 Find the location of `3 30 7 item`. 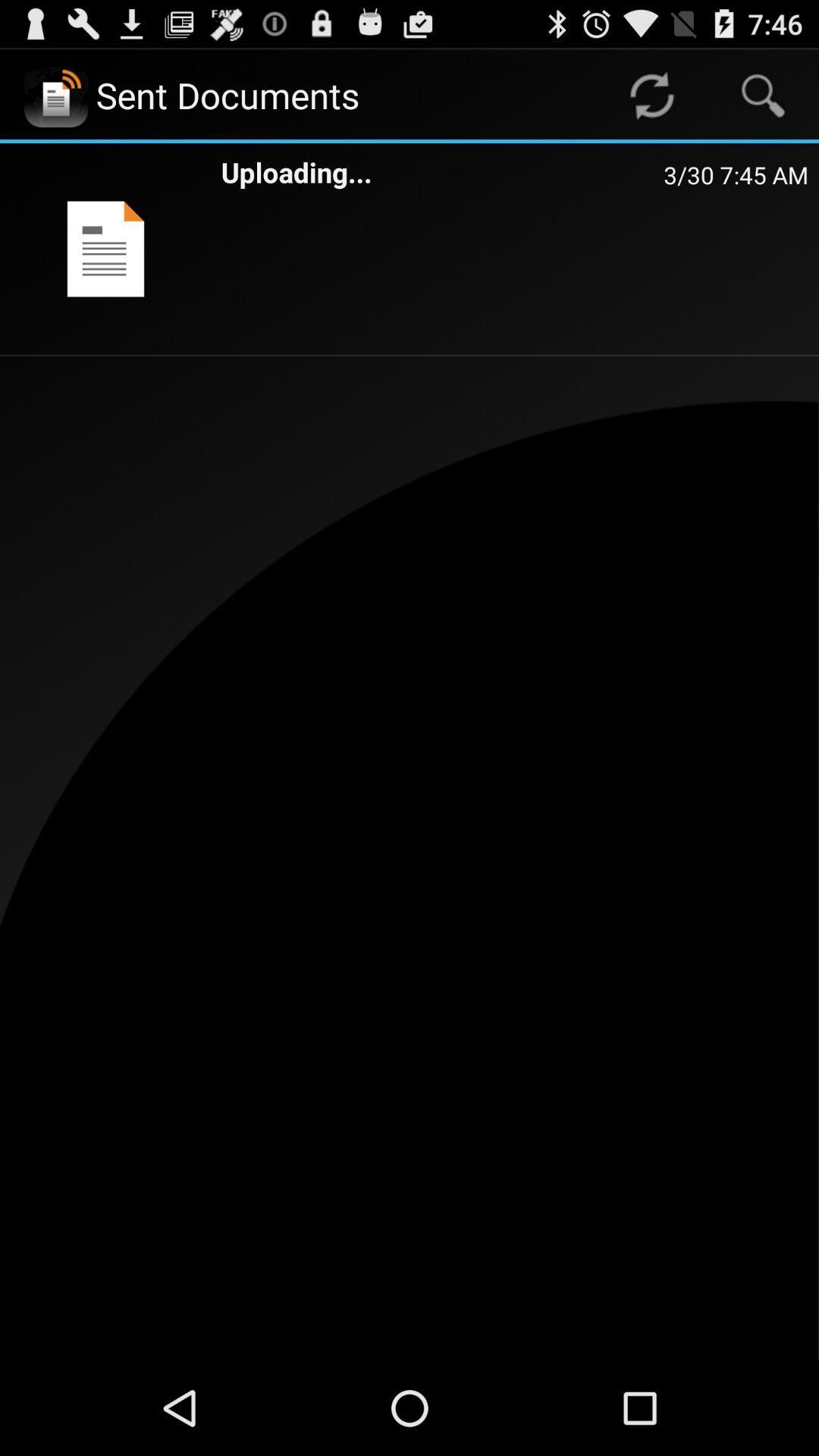

3 30 7 item is located at coordinates (735, 174).